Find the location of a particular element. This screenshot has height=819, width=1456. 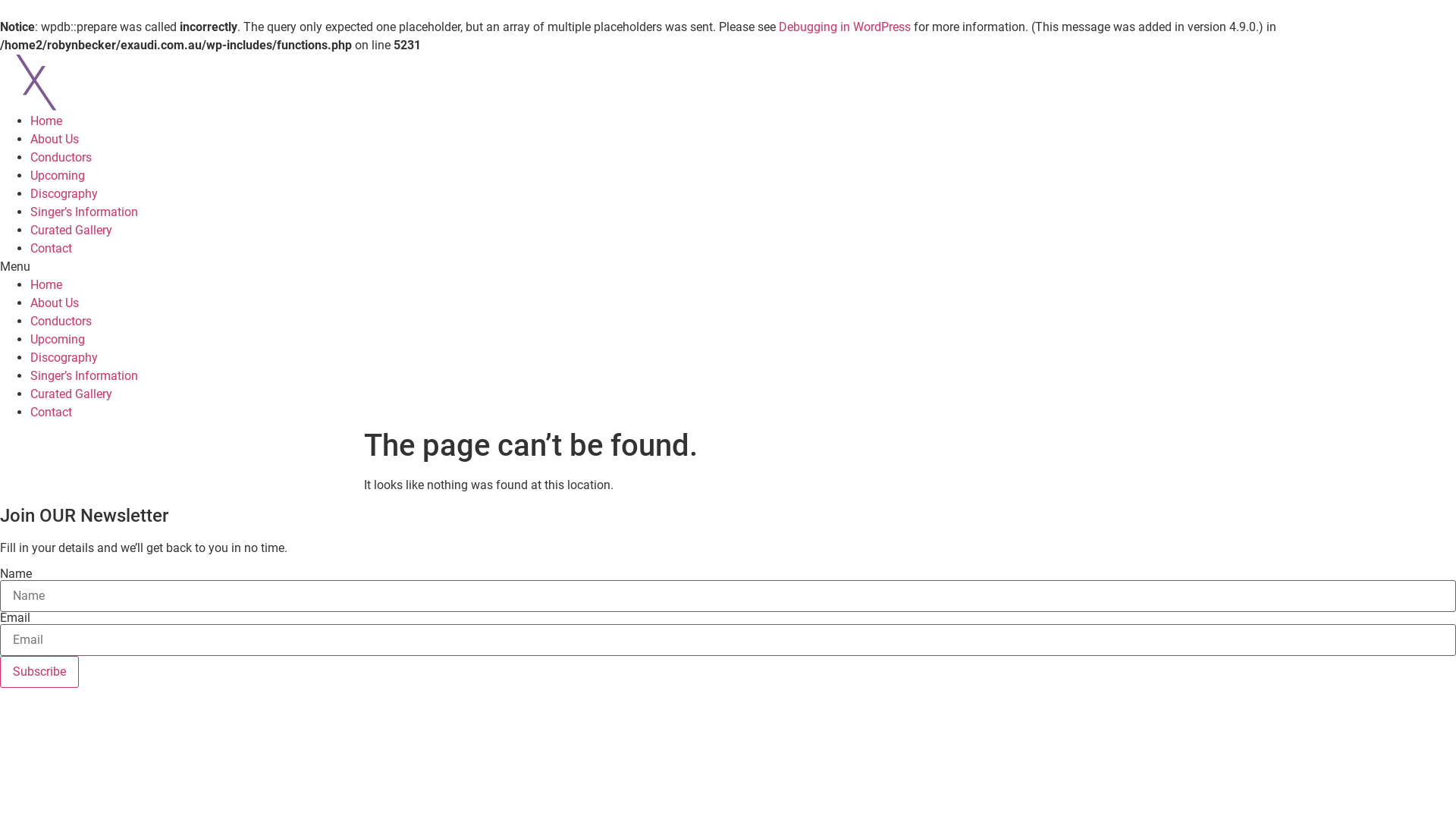

'Discography' is located at coordinates (30, 357).